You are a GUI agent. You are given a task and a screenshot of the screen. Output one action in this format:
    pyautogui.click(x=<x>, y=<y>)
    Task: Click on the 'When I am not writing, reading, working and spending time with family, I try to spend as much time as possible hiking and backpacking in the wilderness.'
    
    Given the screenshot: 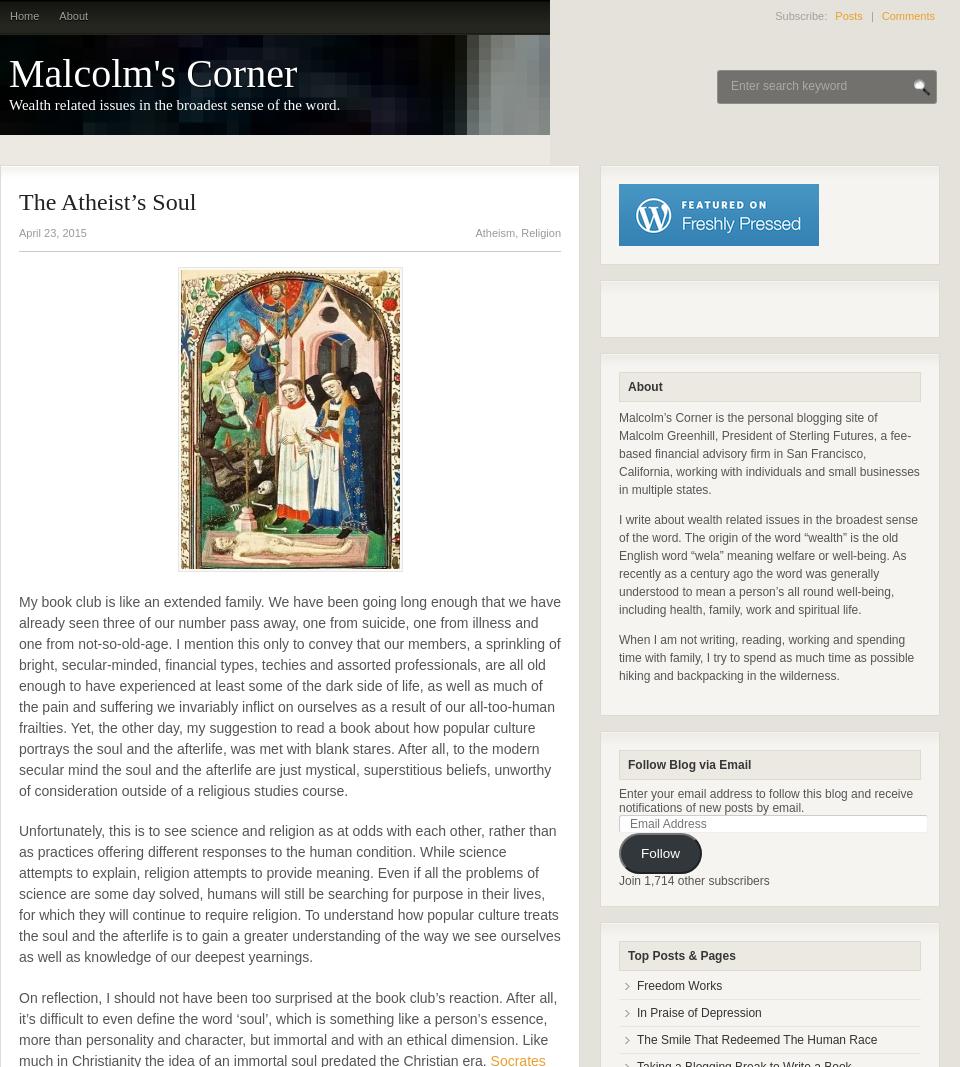 What is the action you would take?
    pyautogui.click(x=765, y=658)
    